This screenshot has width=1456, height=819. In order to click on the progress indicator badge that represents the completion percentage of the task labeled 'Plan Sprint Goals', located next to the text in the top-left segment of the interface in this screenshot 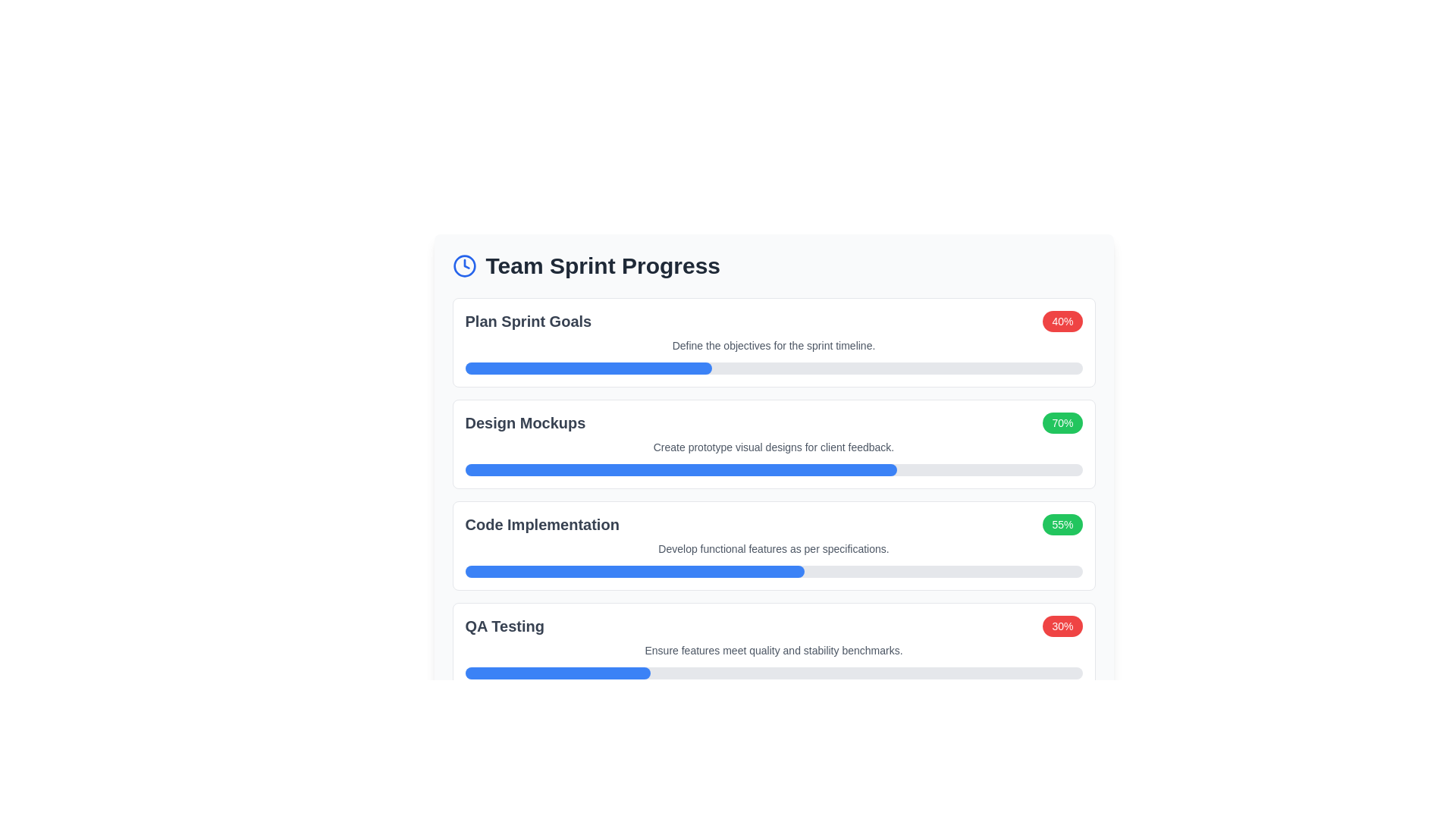, I will do `click(1062, 321)`.